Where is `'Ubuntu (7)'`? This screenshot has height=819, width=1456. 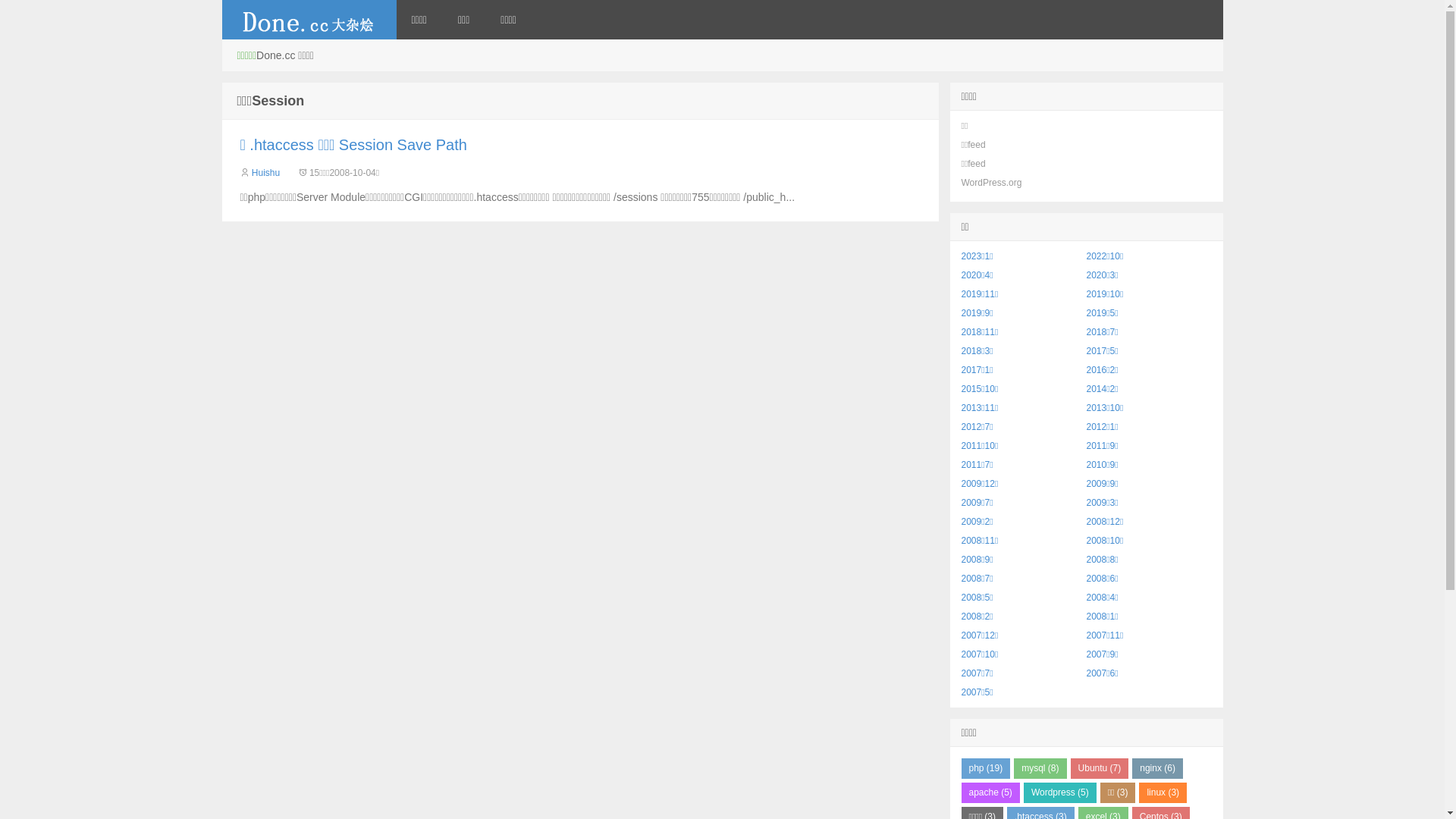 'Ubuntu (7)' is located at coordinates (1100, 768).